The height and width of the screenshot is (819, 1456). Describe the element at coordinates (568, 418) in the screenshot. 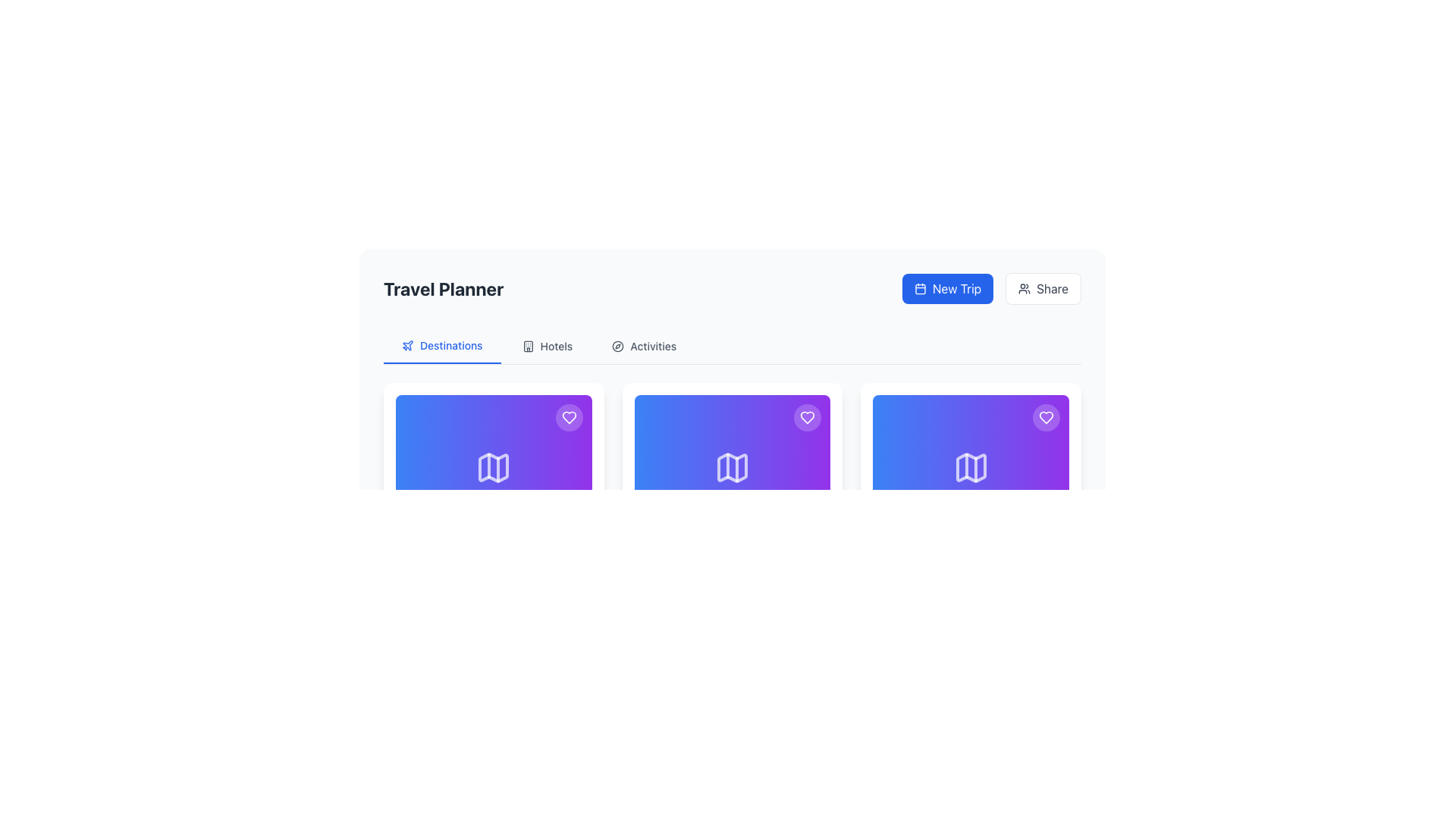

I see `the favorite button located at the top-right corner of the first card in a horizontal layout` at that location.